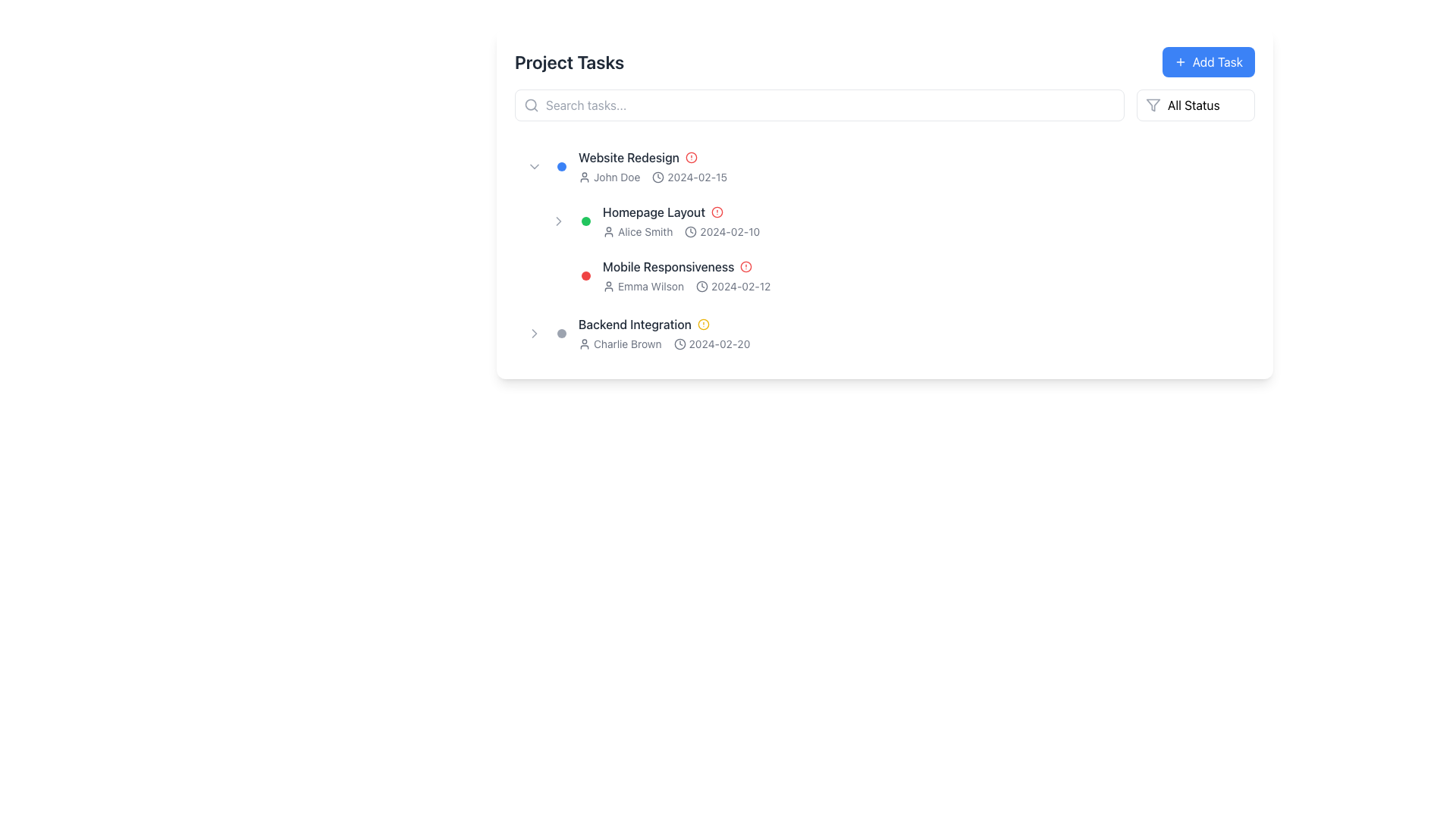 This screenshot has width=1456, height=819. Describe the element at coordinates (730, 231) in the screenshot. I see `the static text label displaying the date '2024-02-10', which is located in the task list under the 'Homepage Layout' section, to the right of 'Alice Smith' and next to a clock icon` at that location.